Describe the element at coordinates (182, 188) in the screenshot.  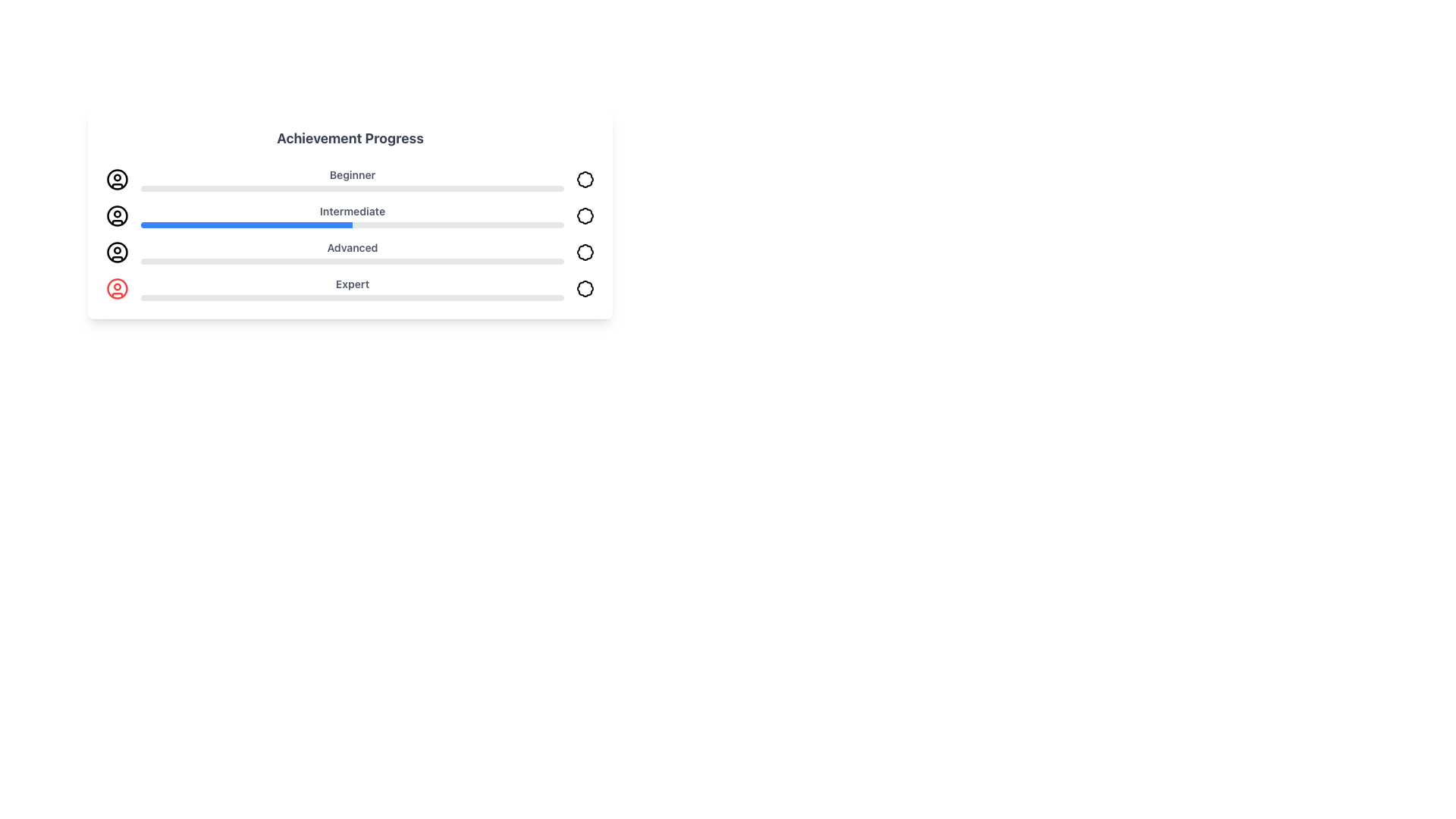
I see `the progress level of the filled green indicator portion of the horizontal progress bar located in the 'Beginner' section under the 'Achievement Progress' header` at that location.